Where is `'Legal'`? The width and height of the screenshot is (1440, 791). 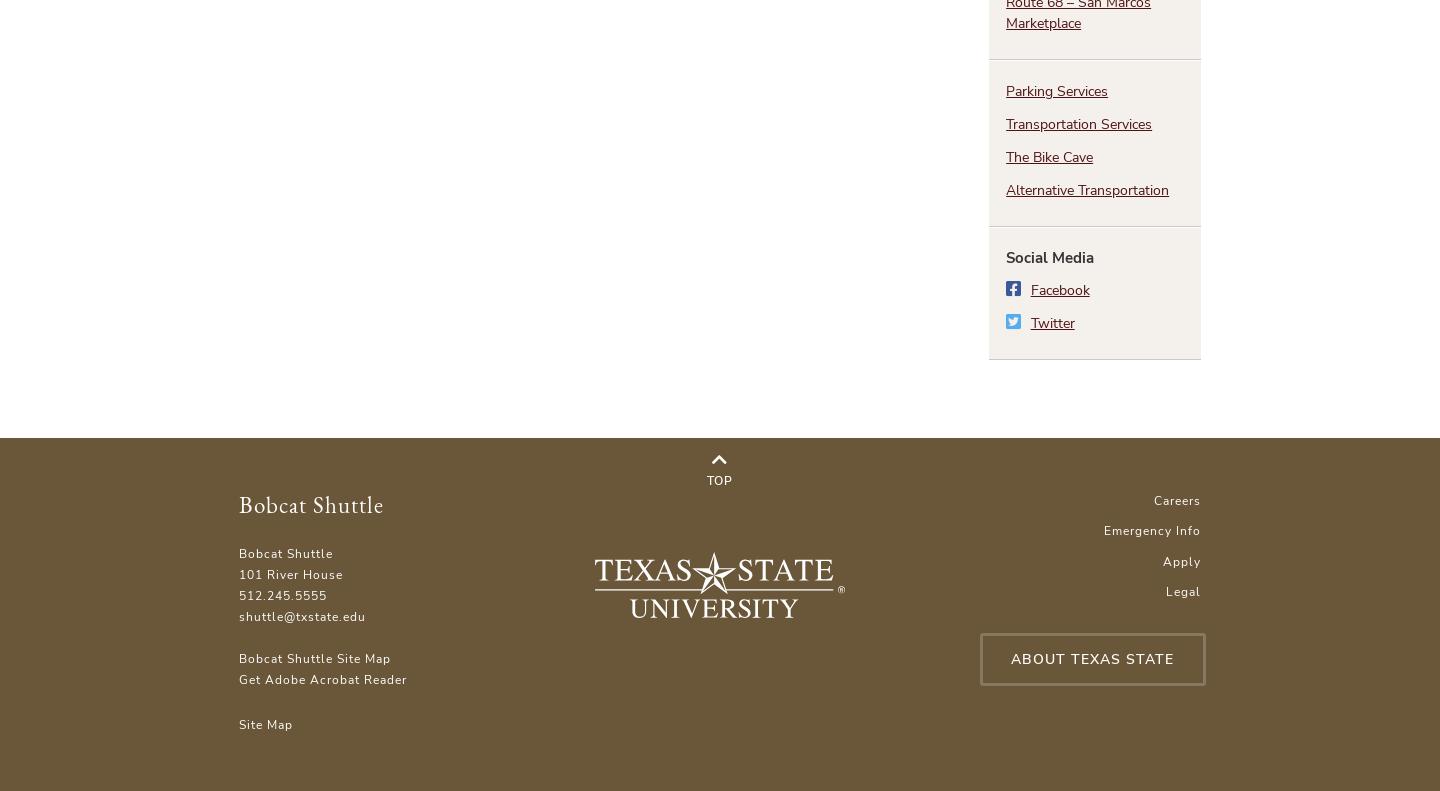 'Legal' is located at coordinates (1164, 589).